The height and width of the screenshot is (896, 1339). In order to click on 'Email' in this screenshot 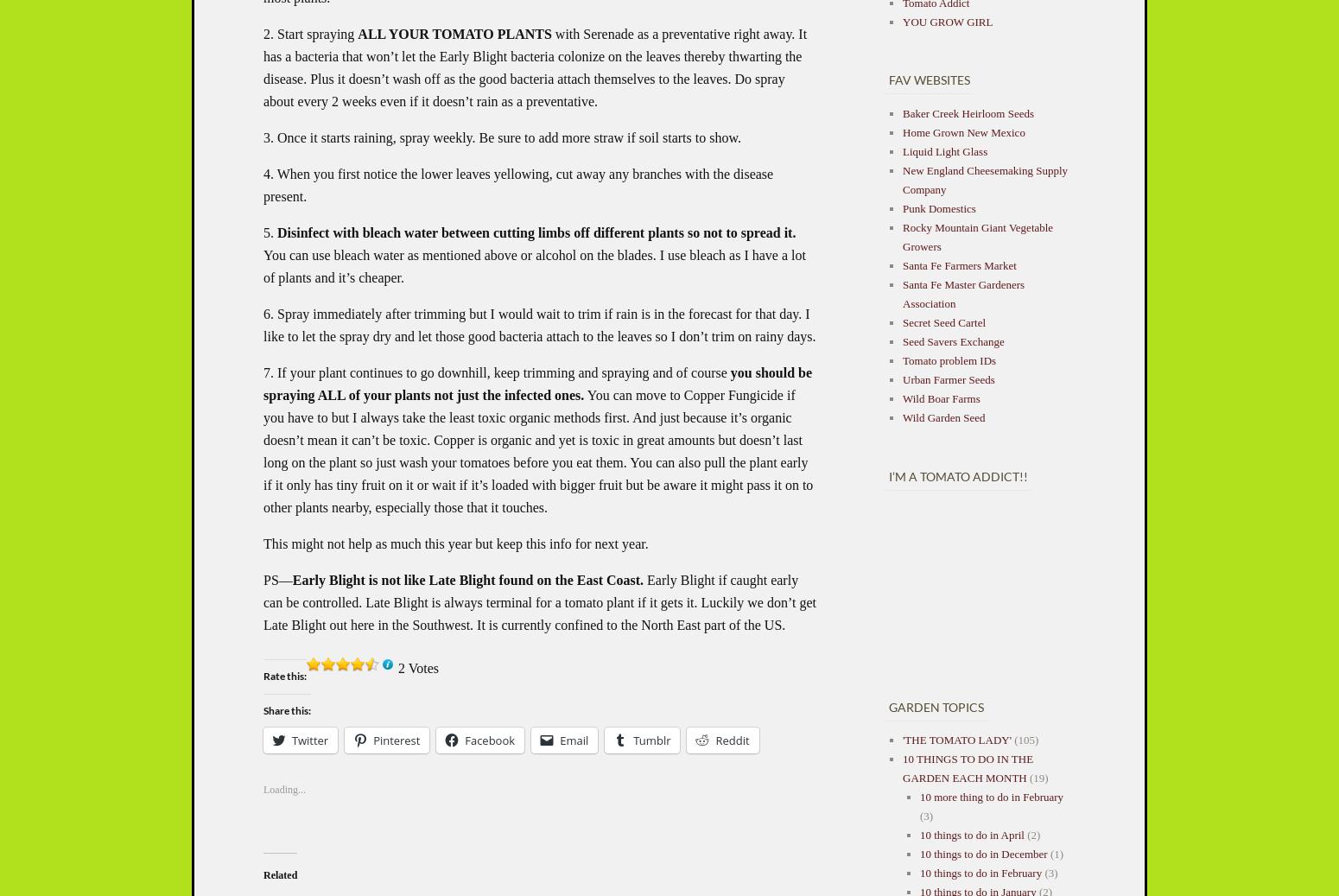, I will do `click(573, 740)`.